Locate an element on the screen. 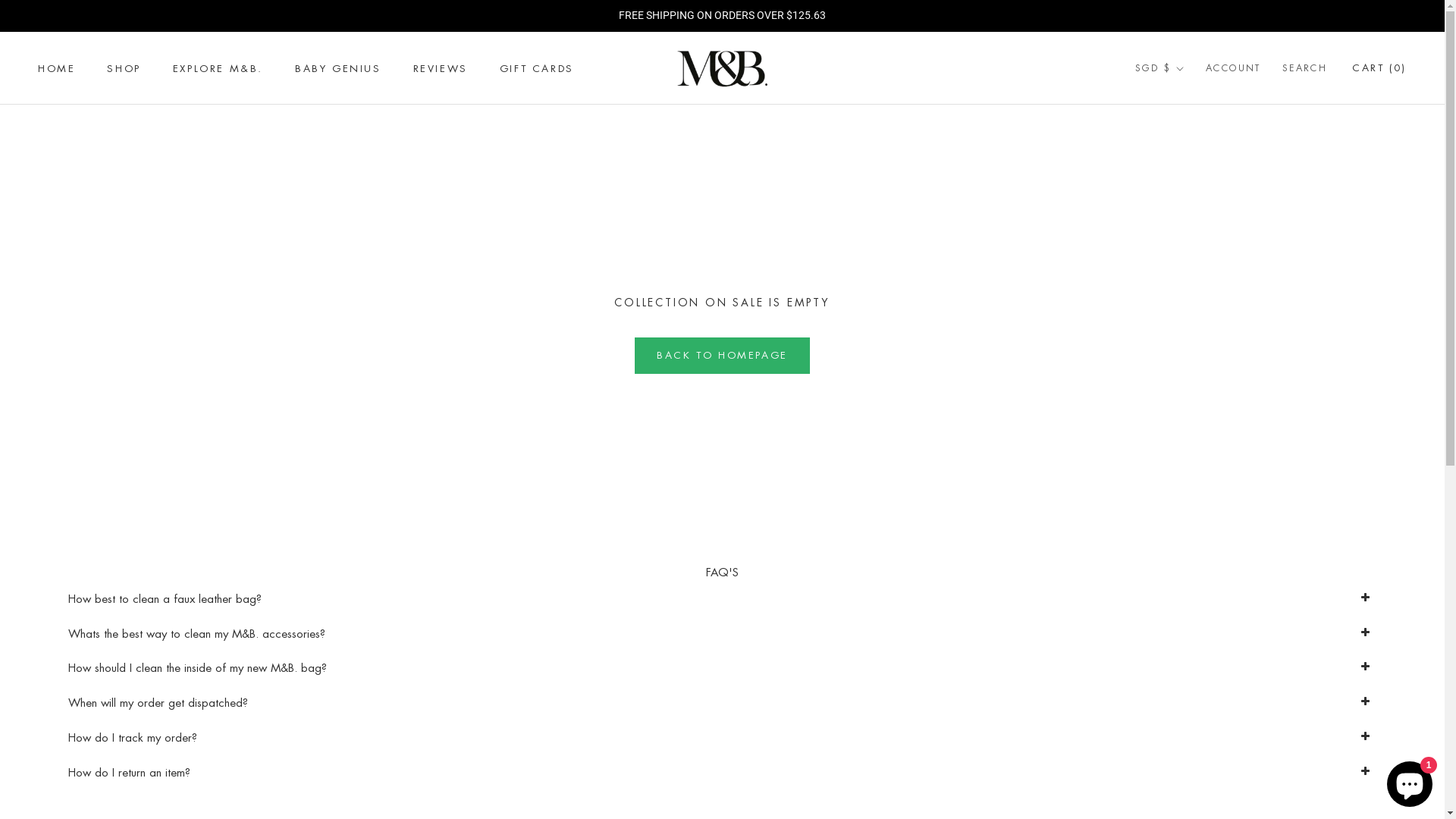 The image size is (1456, 819). 'AUD' is located at coordinates (1177, 102).